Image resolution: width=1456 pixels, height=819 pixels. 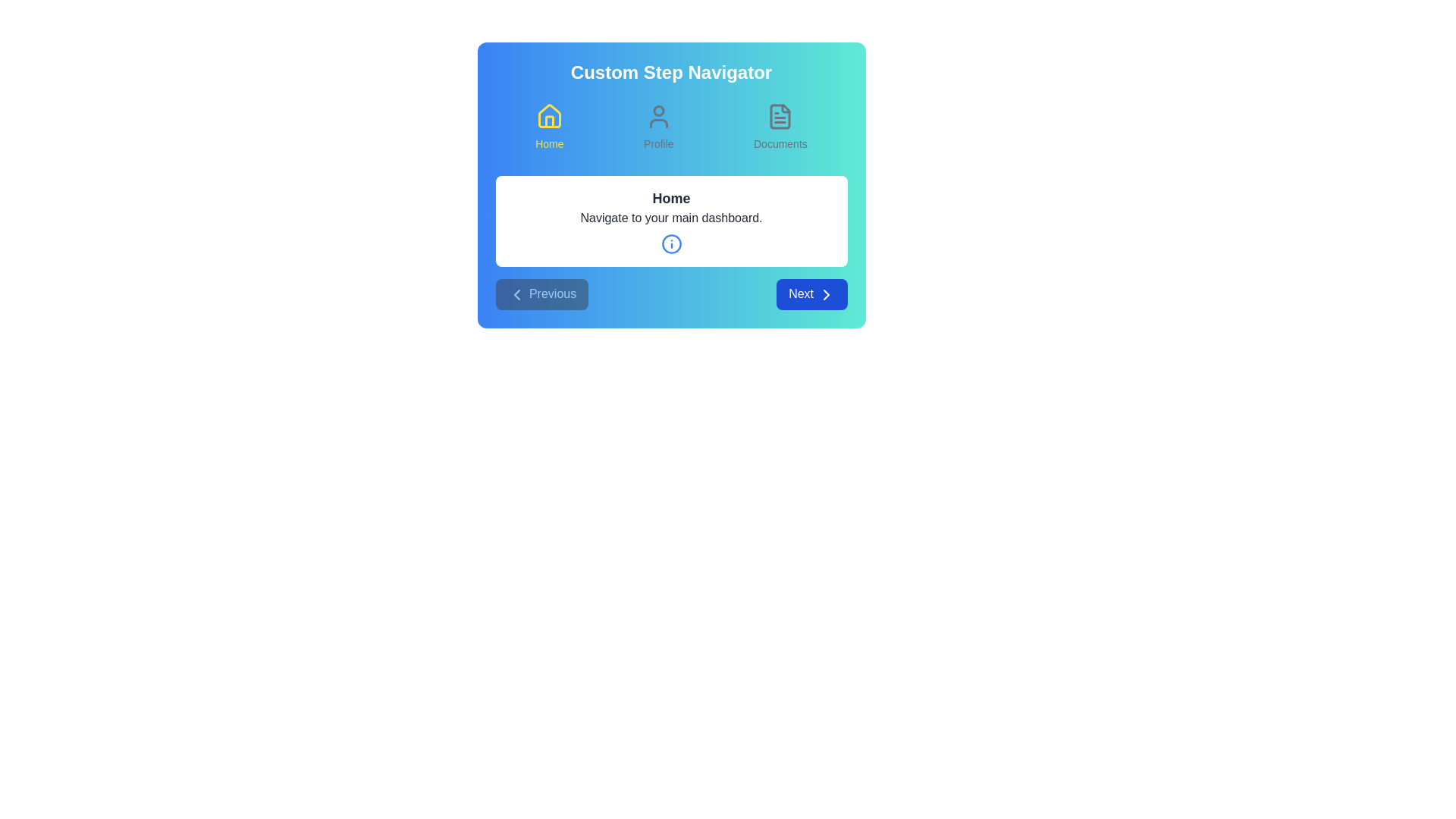 I want to click on the text description of the current step to read or copy it, so click(x=670, y=221).